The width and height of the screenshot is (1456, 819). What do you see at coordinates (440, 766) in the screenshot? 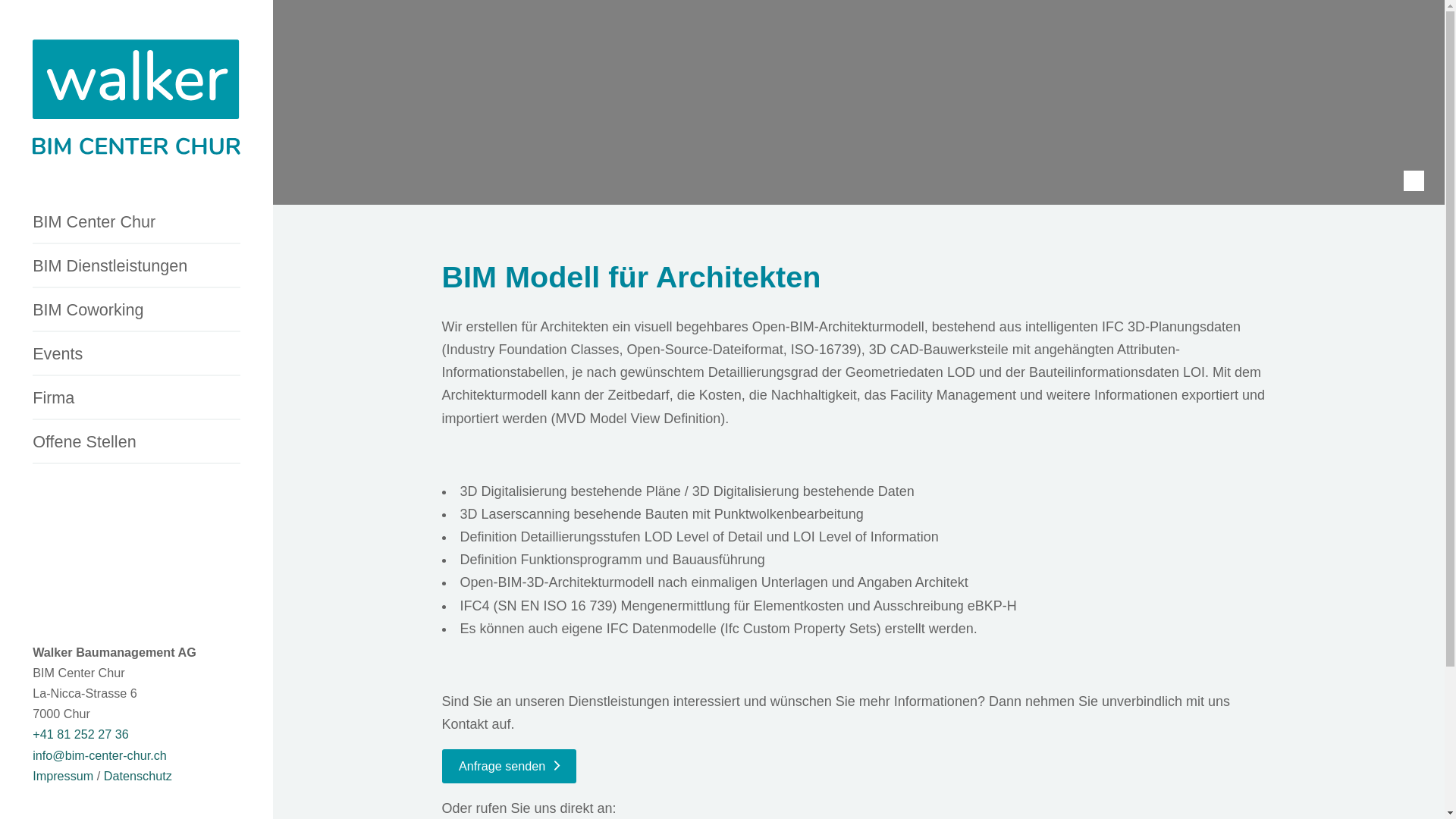
I see `'Anfrage senden'` at bounding box center [440, 766].